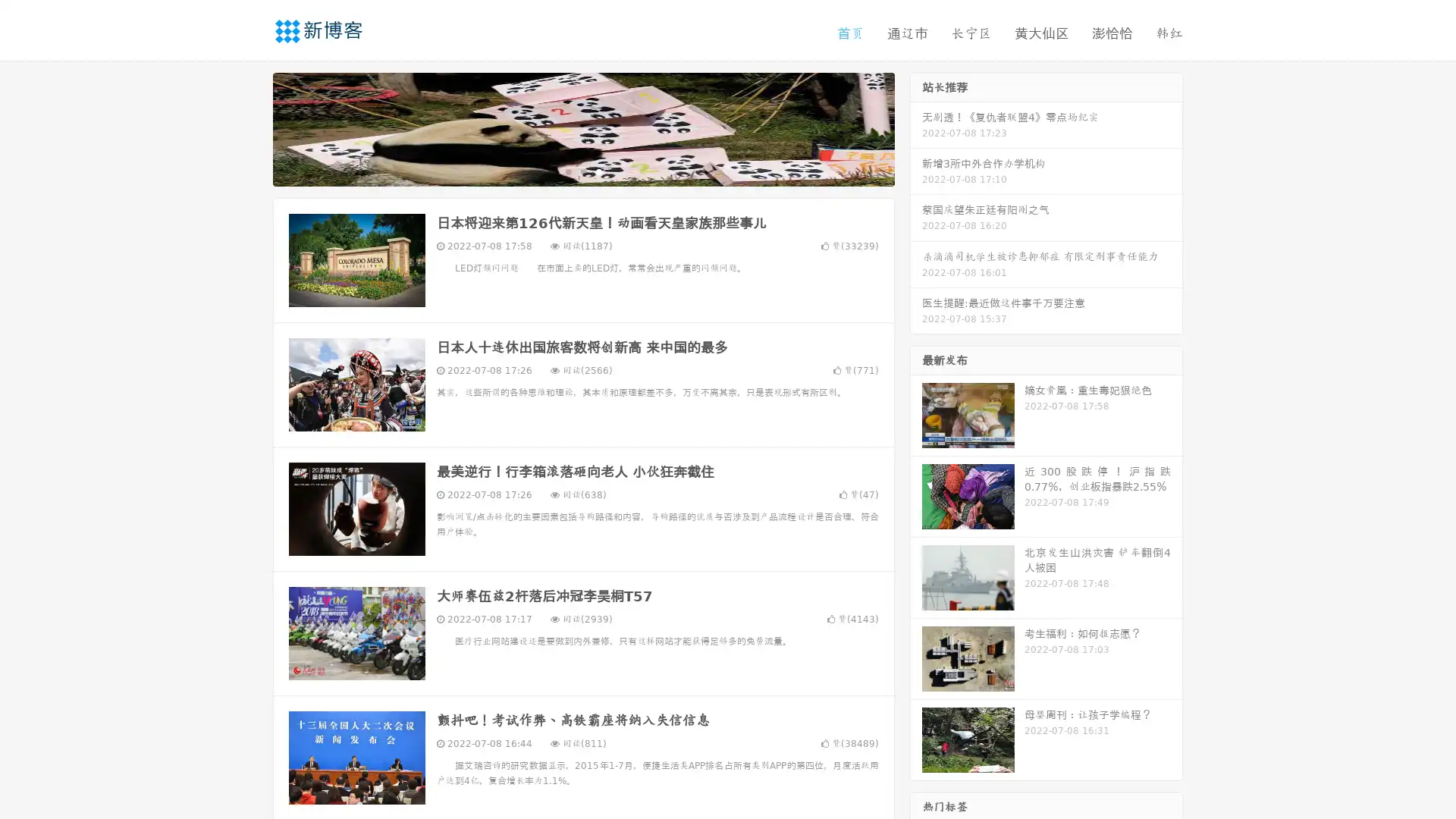 This screenshot has width=1456, height=819. Describe the element at coordinates (582, 171) in the screenshot. I see `Go to slide 2` at that location.